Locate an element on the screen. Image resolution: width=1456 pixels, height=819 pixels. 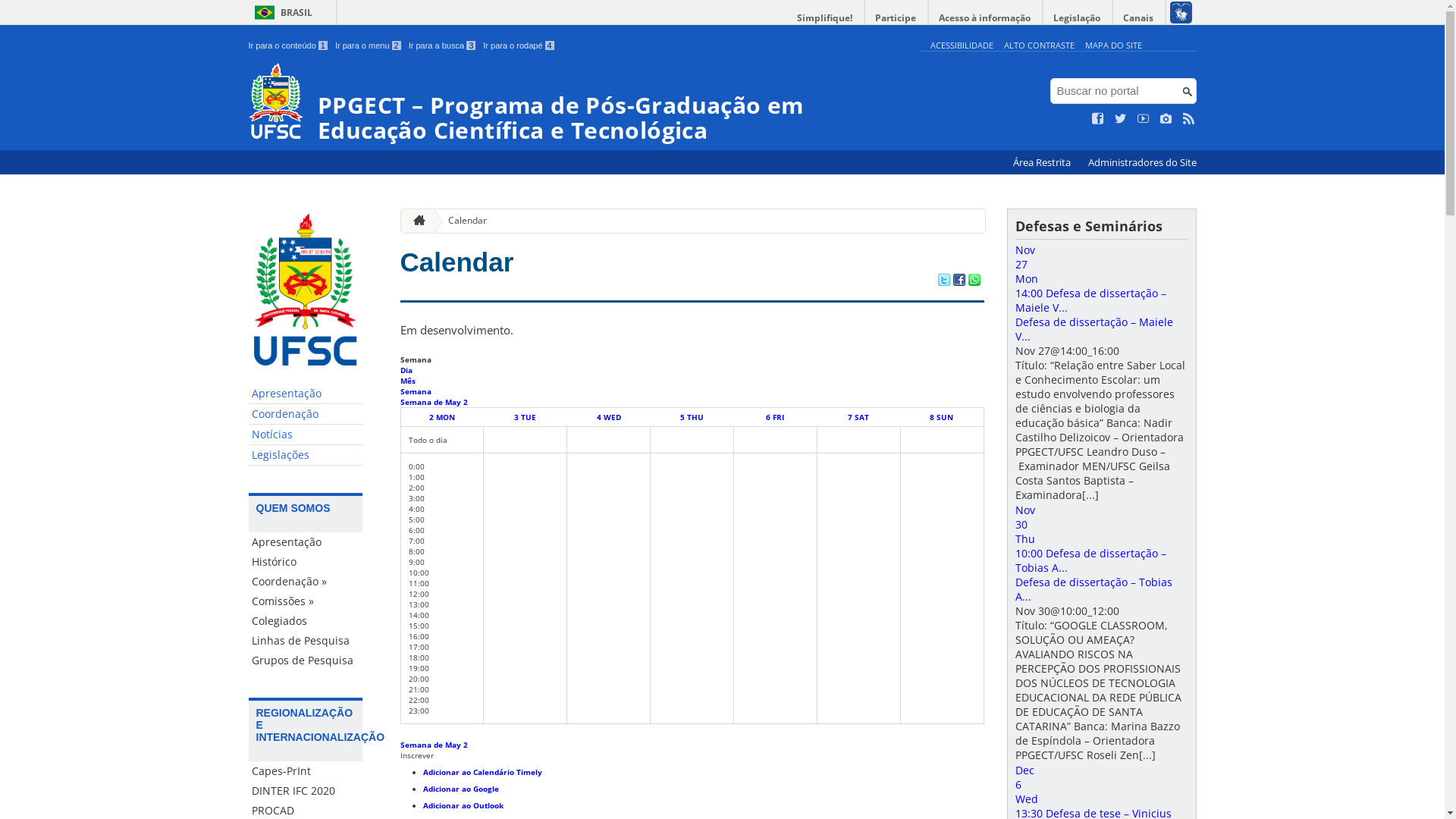
'Colegiados' is located at coordinates (305, 620).